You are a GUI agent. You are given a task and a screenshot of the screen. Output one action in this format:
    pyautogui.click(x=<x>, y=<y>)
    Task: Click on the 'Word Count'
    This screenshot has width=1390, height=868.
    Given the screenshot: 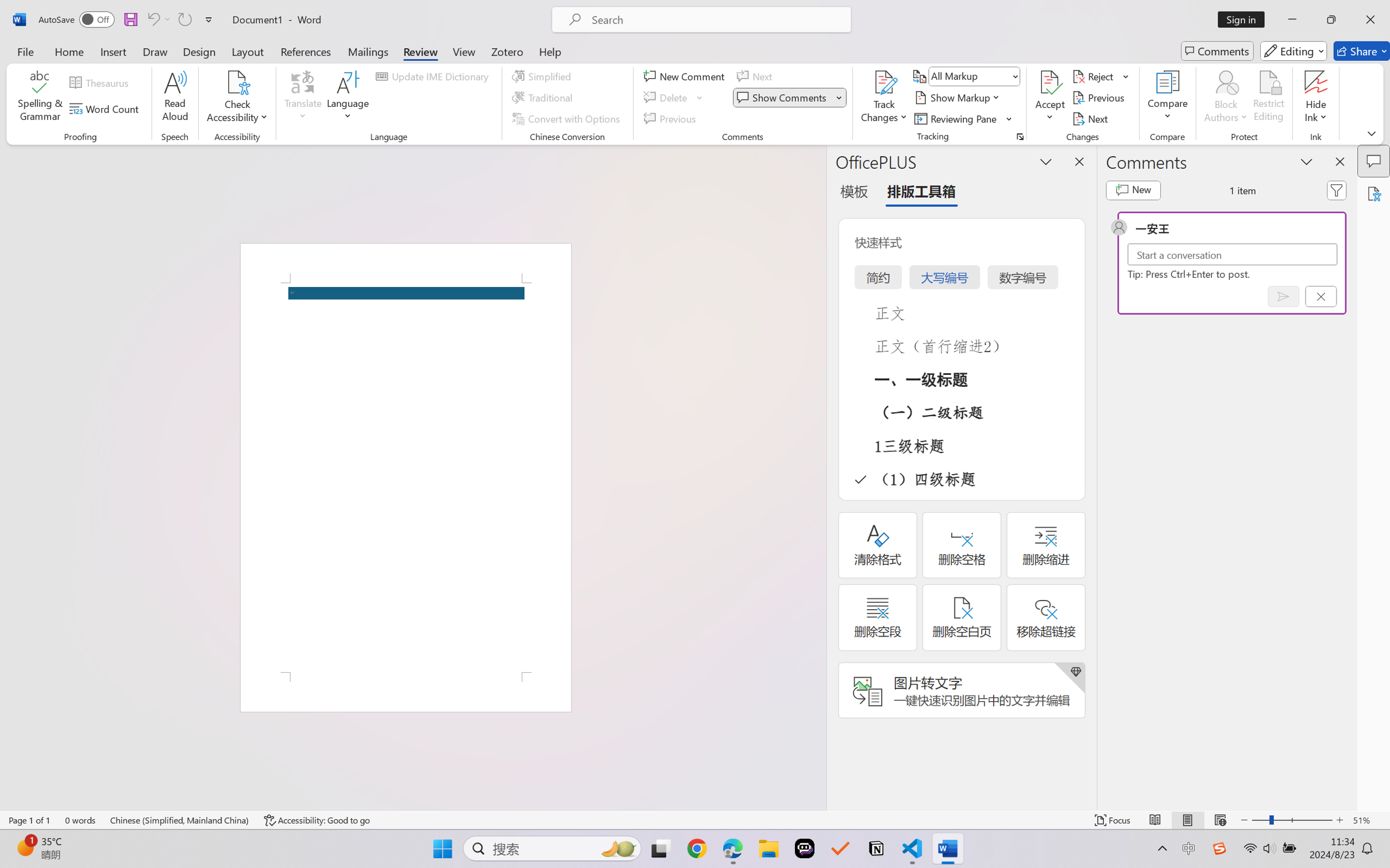 What is the action you would take?
    pyautogui.click(x=105, y=108)
    